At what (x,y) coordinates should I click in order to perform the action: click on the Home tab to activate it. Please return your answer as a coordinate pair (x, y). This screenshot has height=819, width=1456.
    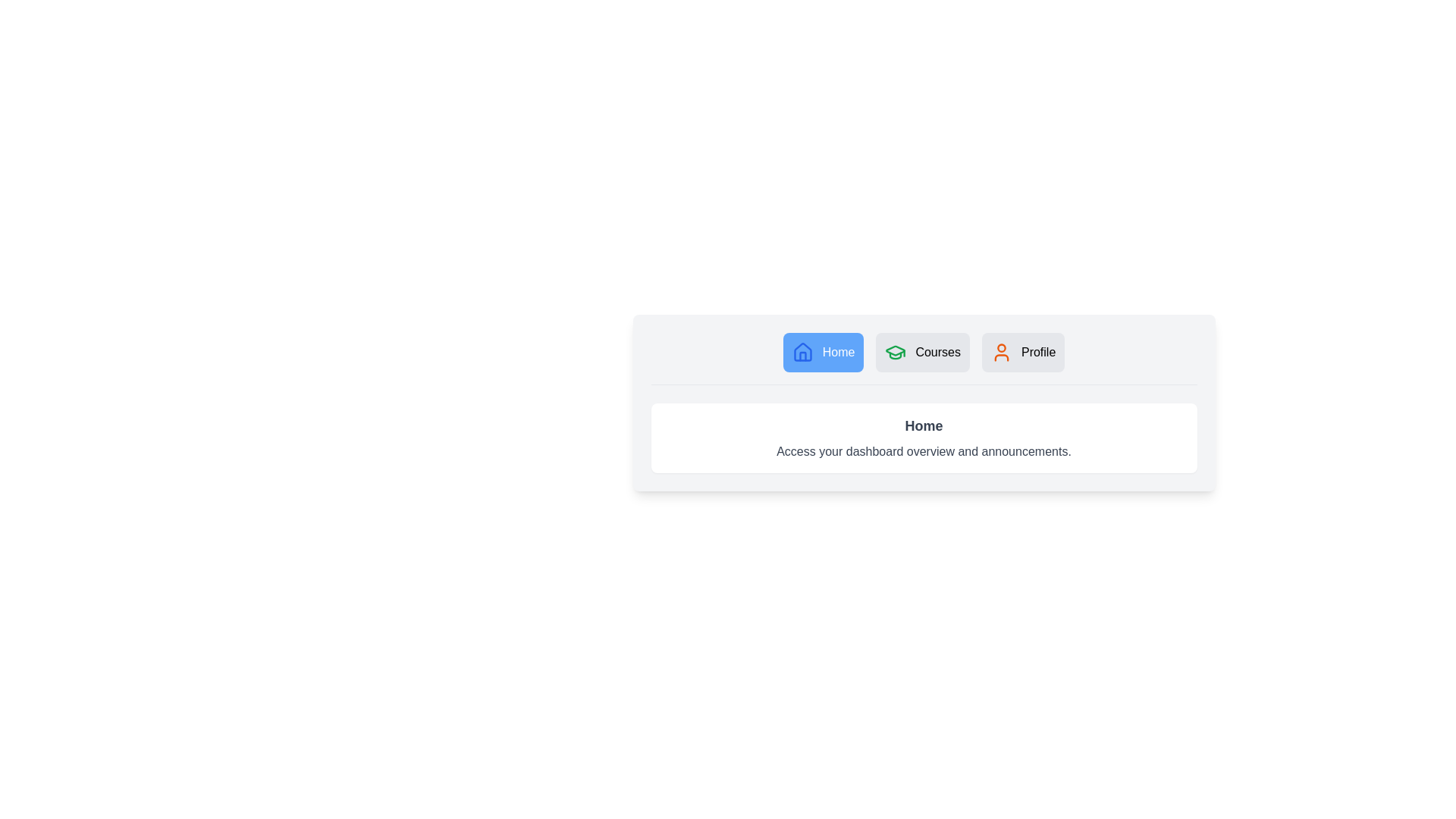
    Looking at the image, I should click on (822, 353).